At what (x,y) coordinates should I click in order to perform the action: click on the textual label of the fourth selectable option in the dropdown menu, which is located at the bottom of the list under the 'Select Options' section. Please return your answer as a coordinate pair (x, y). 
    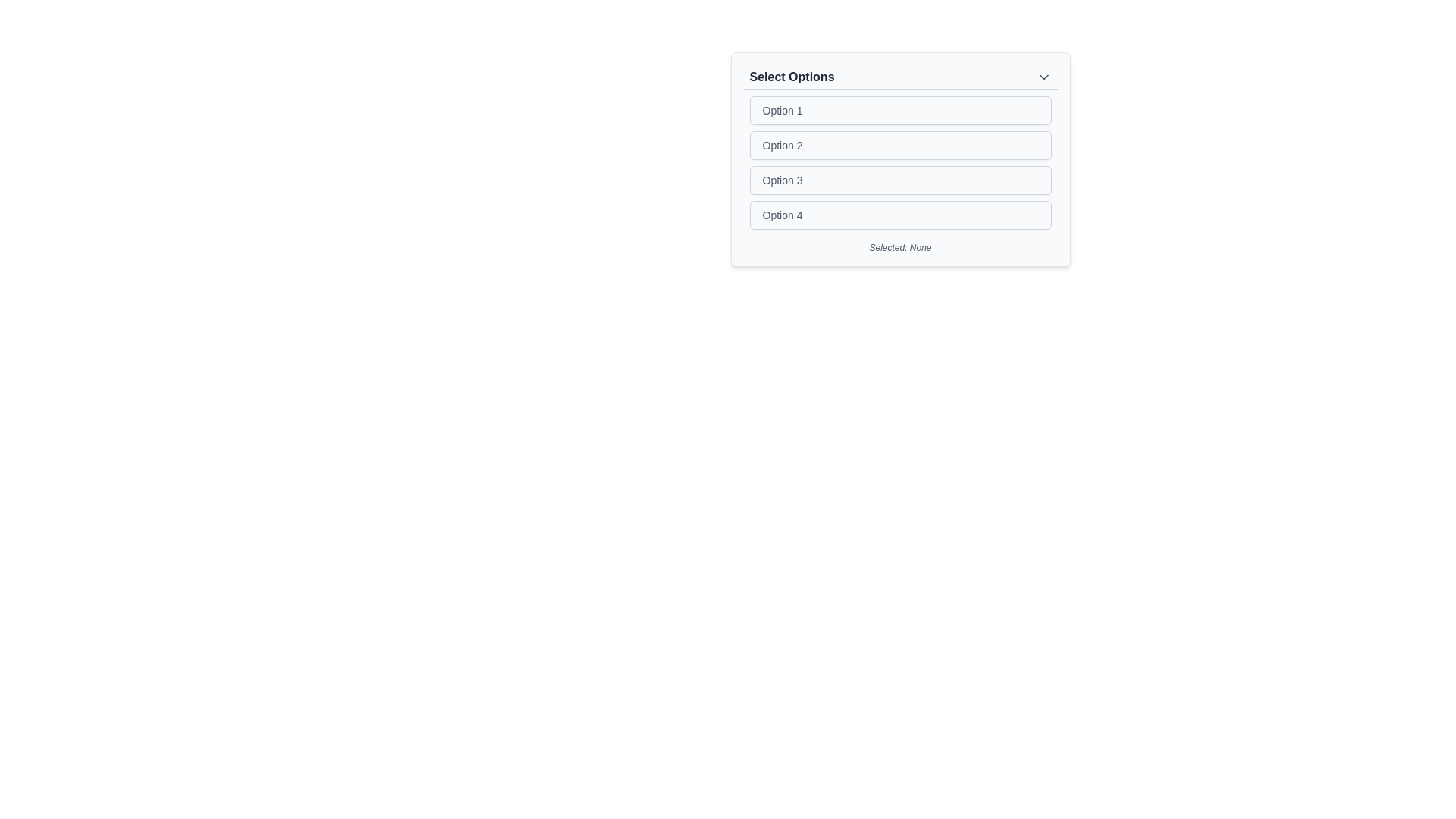
    Looking at the image, I should click on (783, 215).